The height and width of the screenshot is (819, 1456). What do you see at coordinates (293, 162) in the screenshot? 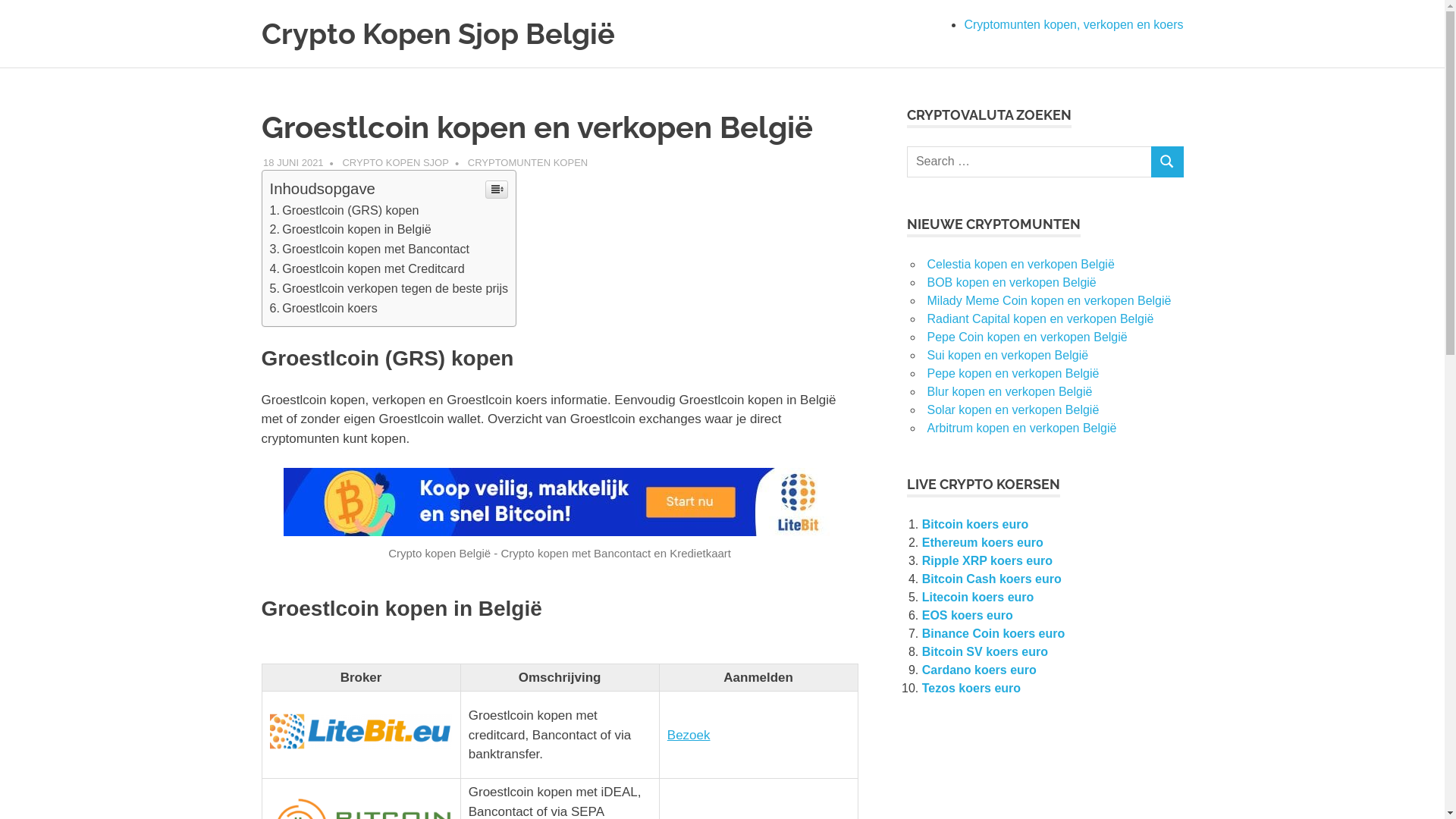
I see `'18 JUNI 2021'` at bounding box center [293, 162].